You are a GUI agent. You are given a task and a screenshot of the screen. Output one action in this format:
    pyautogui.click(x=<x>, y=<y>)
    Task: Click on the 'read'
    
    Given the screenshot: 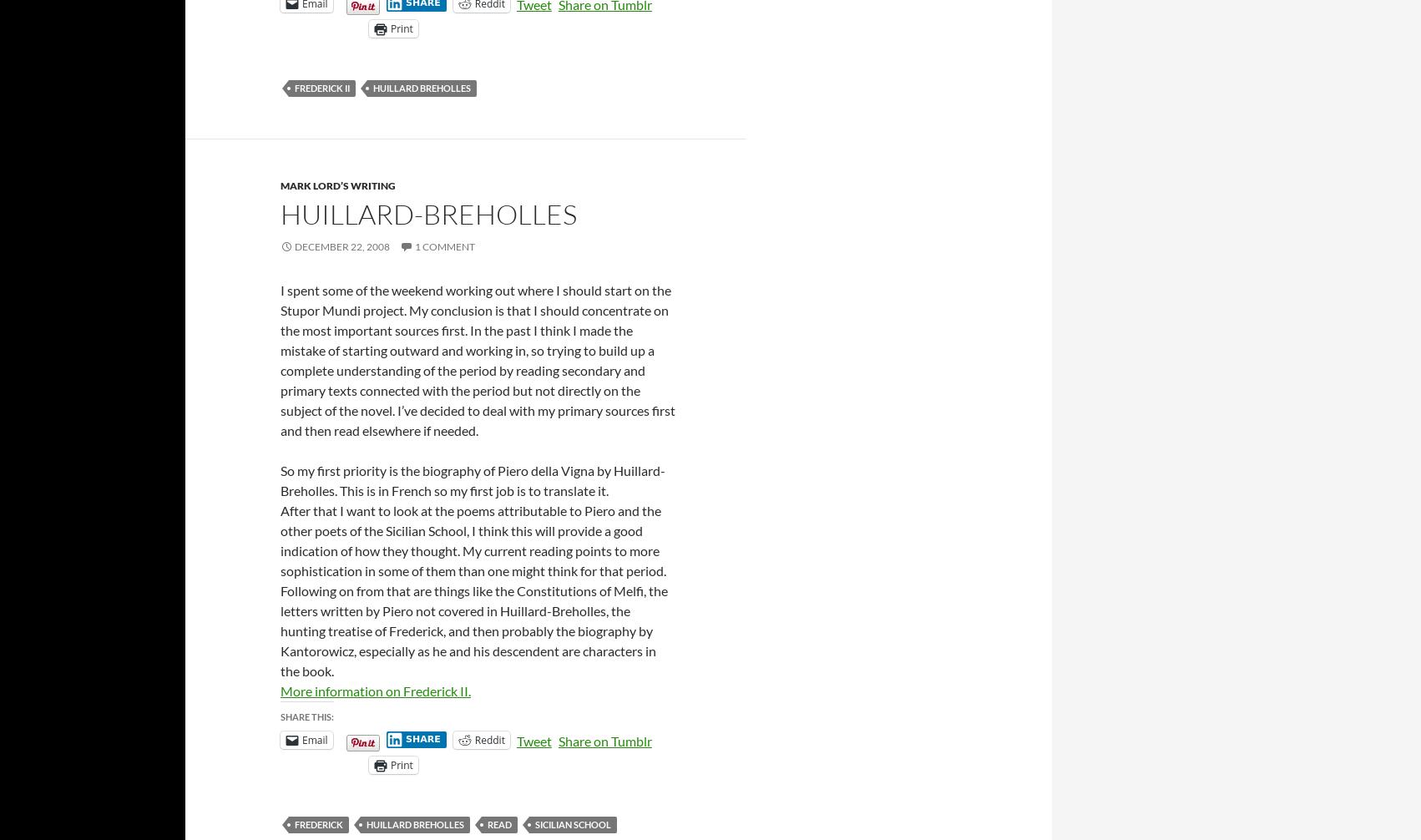 What is the action you would take?
    pyautogui.click(x=499, y=822)
    